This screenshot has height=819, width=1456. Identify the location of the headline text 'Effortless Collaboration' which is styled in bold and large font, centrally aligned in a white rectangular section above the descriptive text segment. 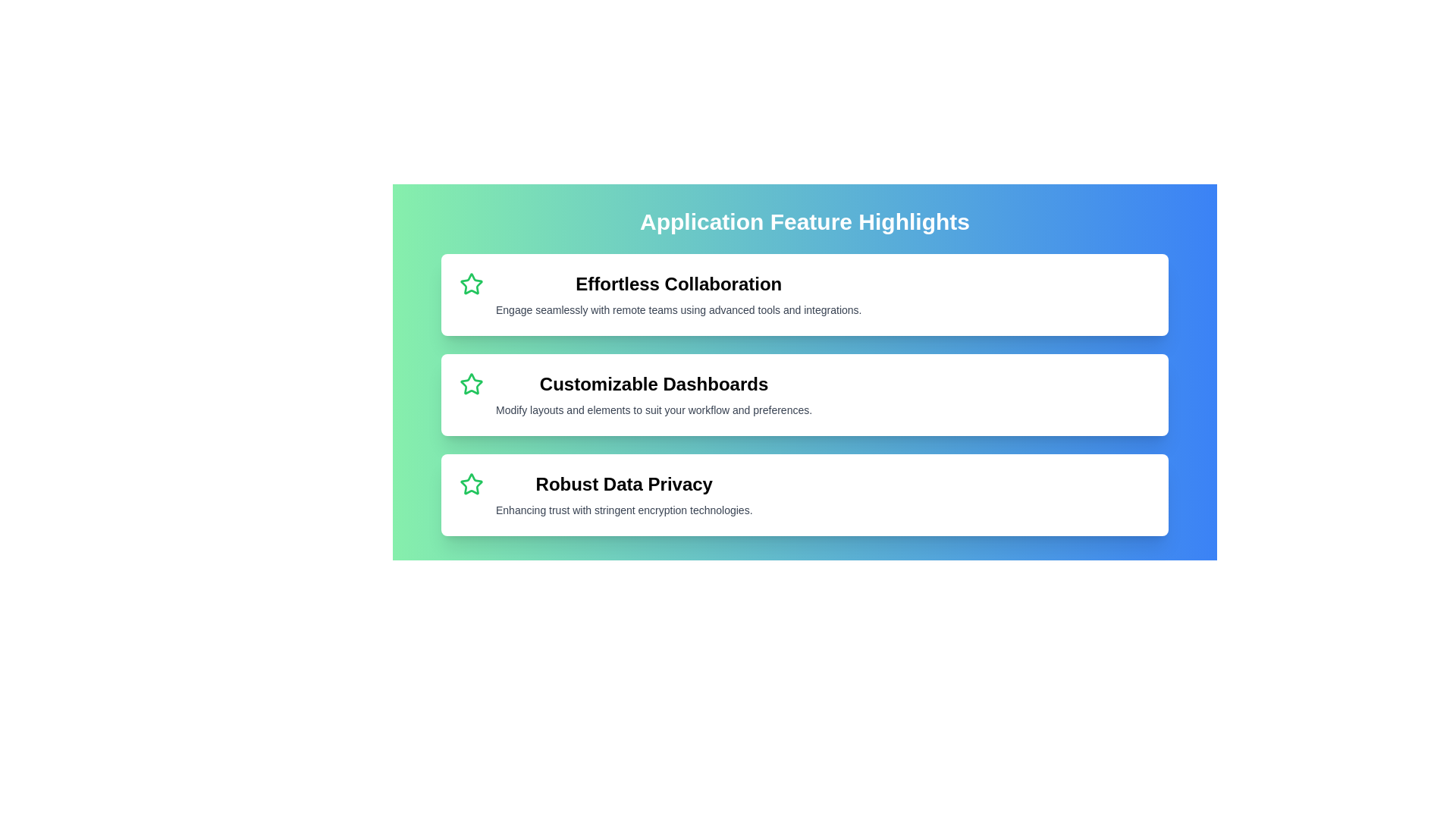
(678, 284).